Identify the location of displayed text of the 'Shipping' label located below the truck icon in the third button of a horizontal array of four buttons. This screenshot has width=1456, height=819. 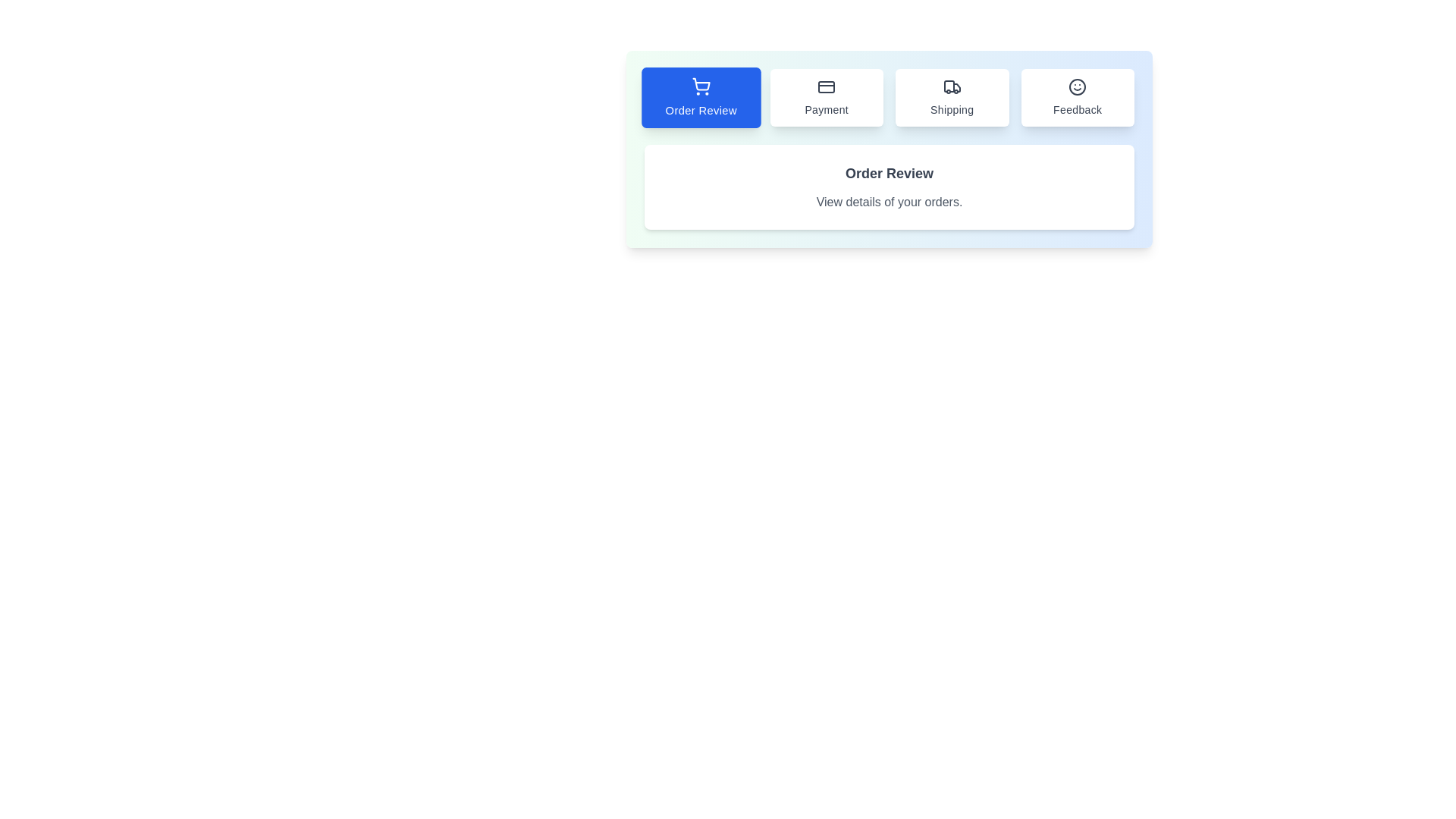
(951, 109).